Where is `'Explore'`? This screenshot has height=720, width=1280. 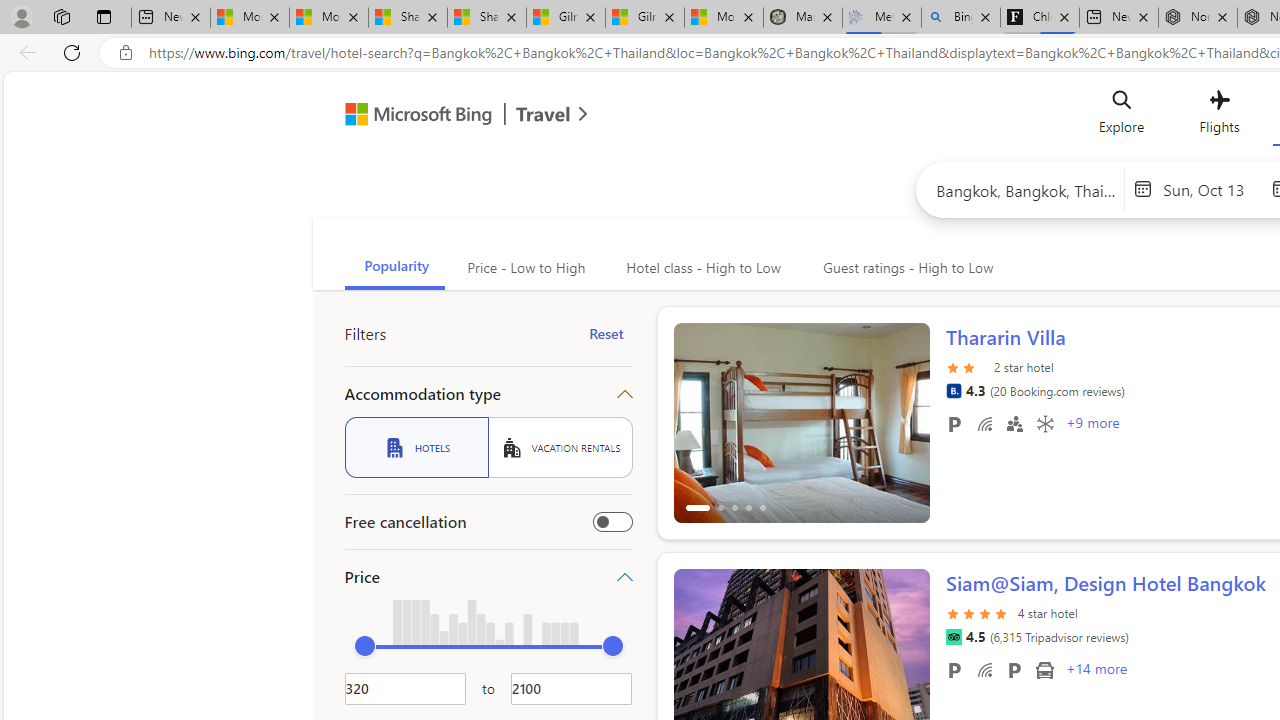 'Explore' is located at coordinates (1121, 117).